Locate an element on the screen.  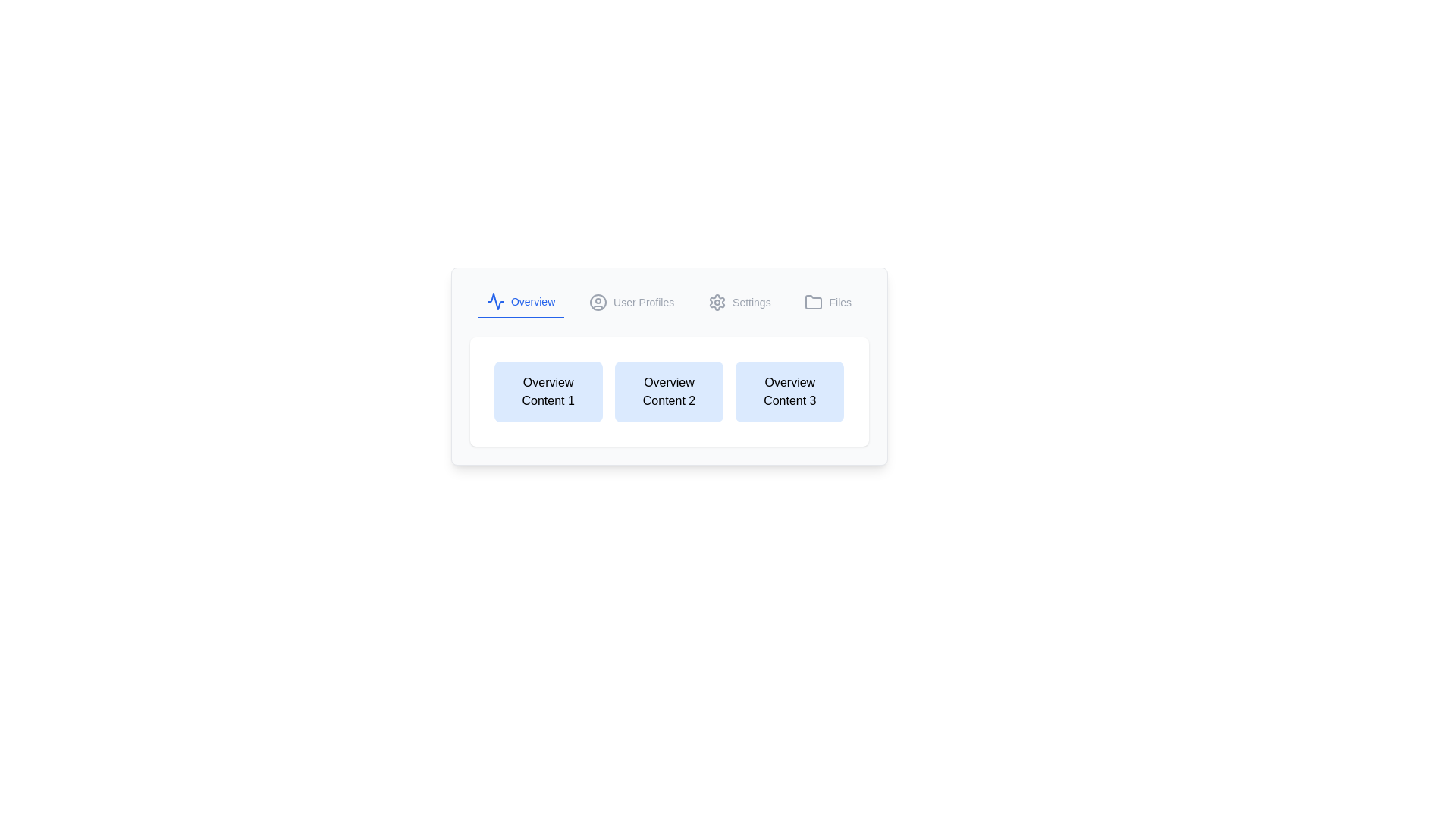
the gear-shaped settings icon located in the navigation bar, positioned between the user profiles icon and the 'Settings' text label is located at coordinates (716, 302).